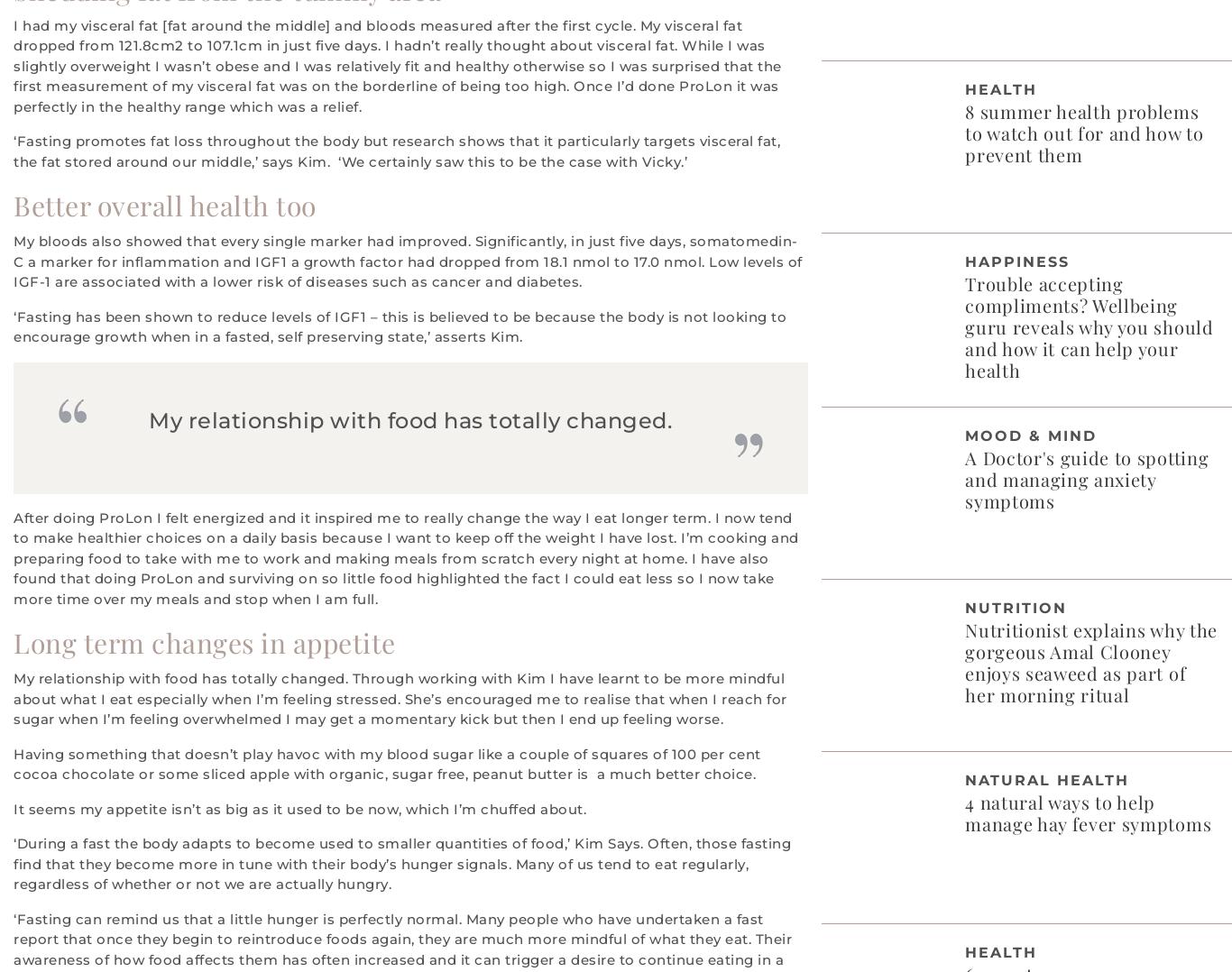  What do you see at coordinates (1090, 661) in the screenshot?
I see `'Nutritionist explains why the gorgeous Amal Clooney enjoys seaweed as part of her morning ritual'` at bounding box center [1090, 661].